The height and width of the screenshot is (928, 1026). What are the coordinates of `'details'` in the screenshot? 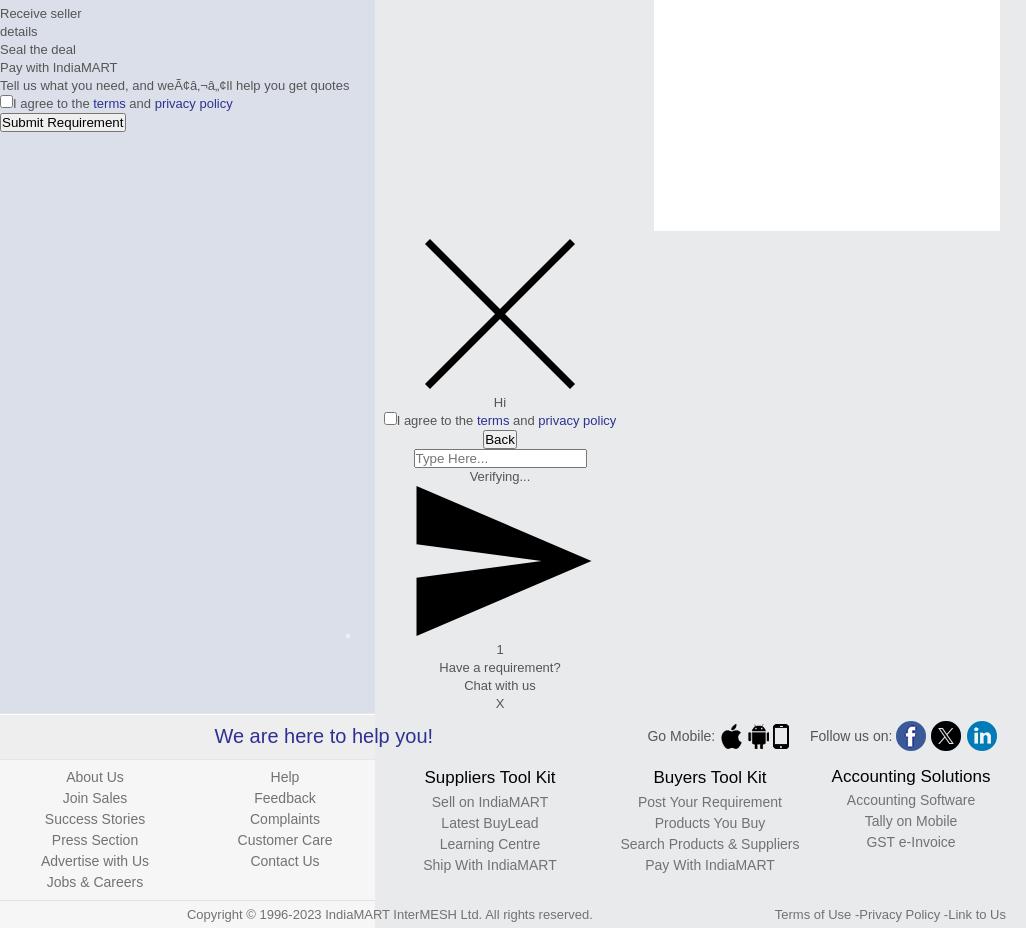 It's located at (18, 30).